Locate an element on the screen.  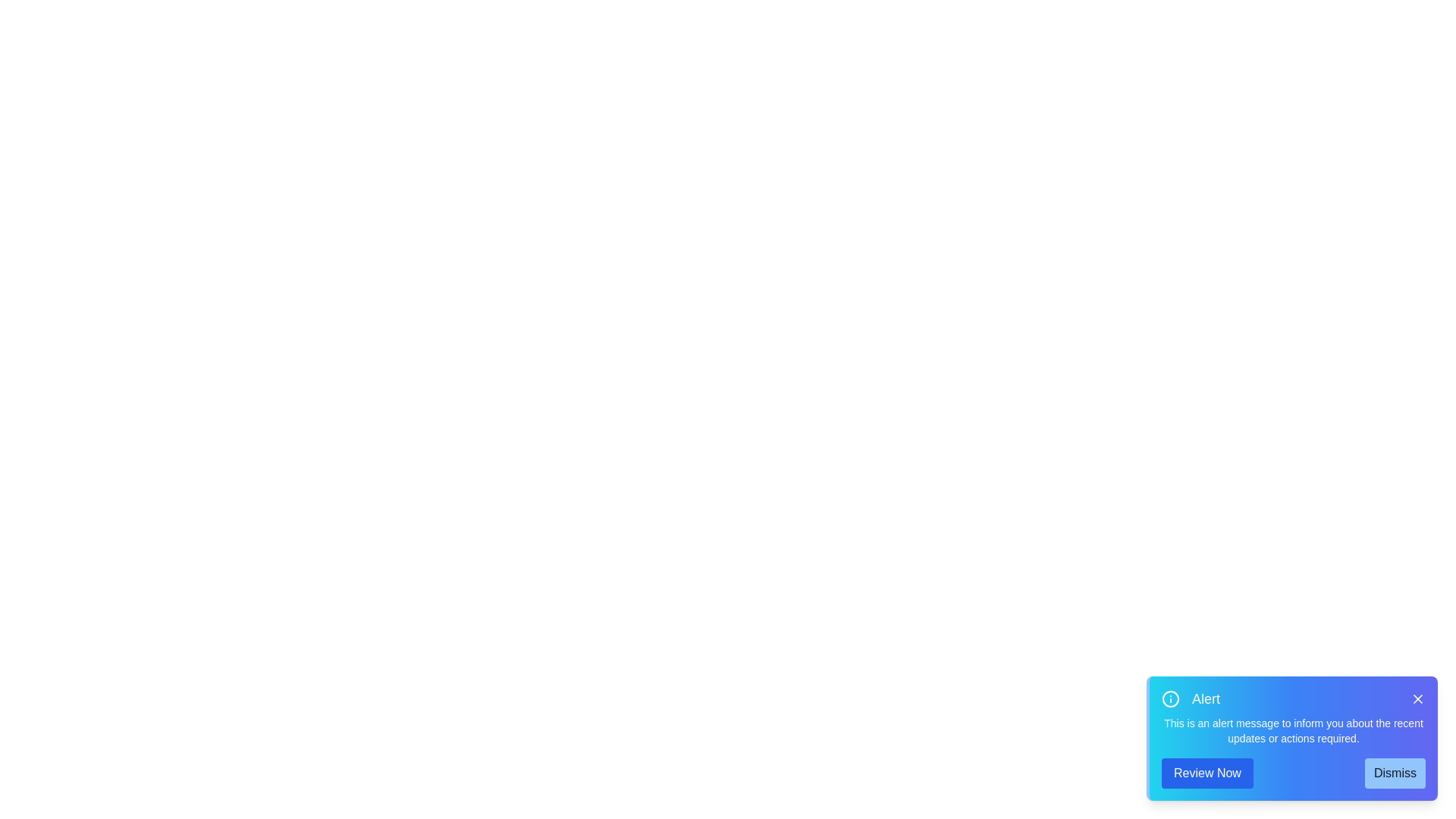
the 'Review Now' button to trigger the review action is located at coordinates (1207, 773).